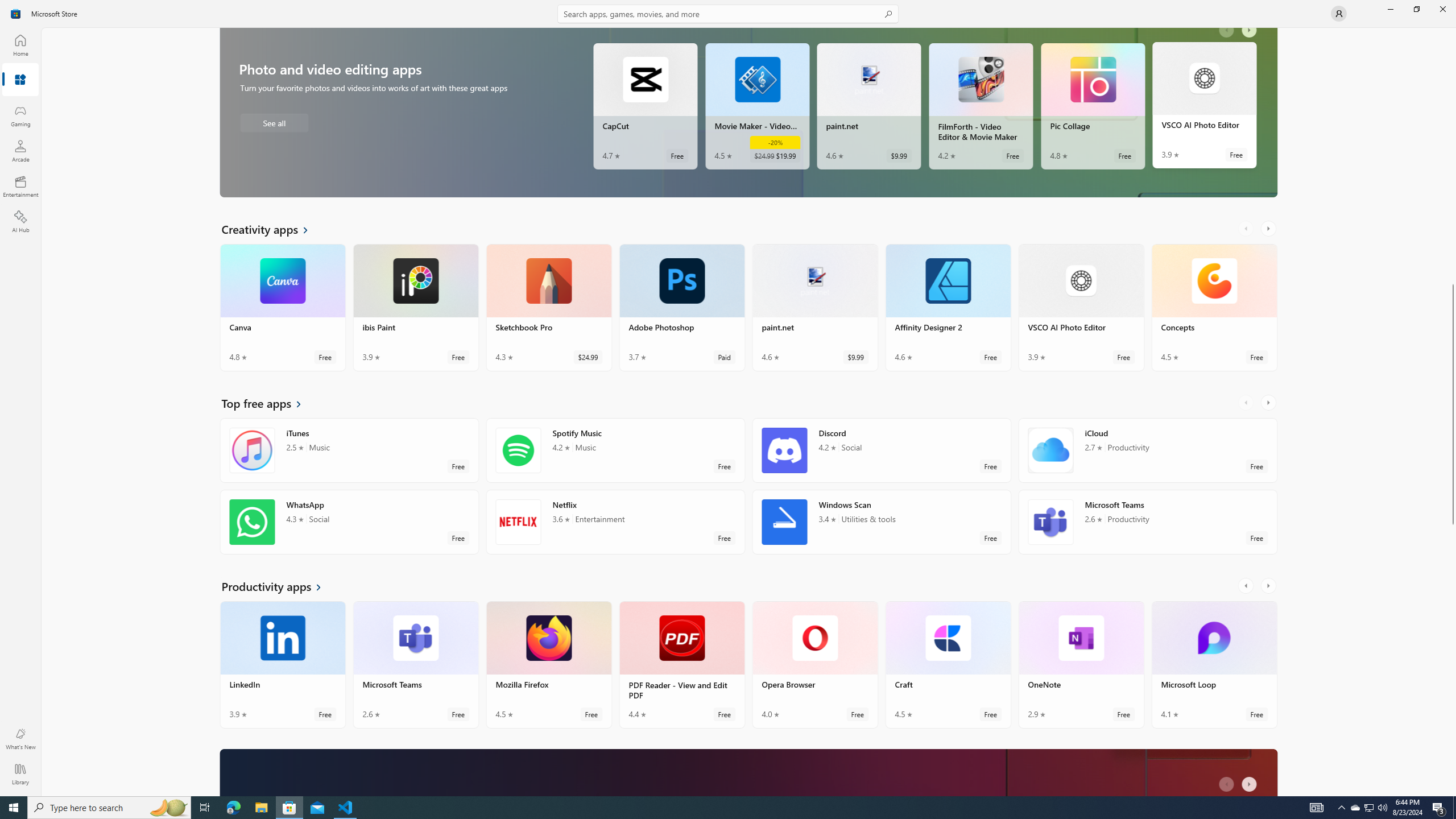 This screenshot has height=819, width=1456. I want to click on 'LinkedIn. Average rating of 3.9 out of five stars. Free  ', so click(283, 669).